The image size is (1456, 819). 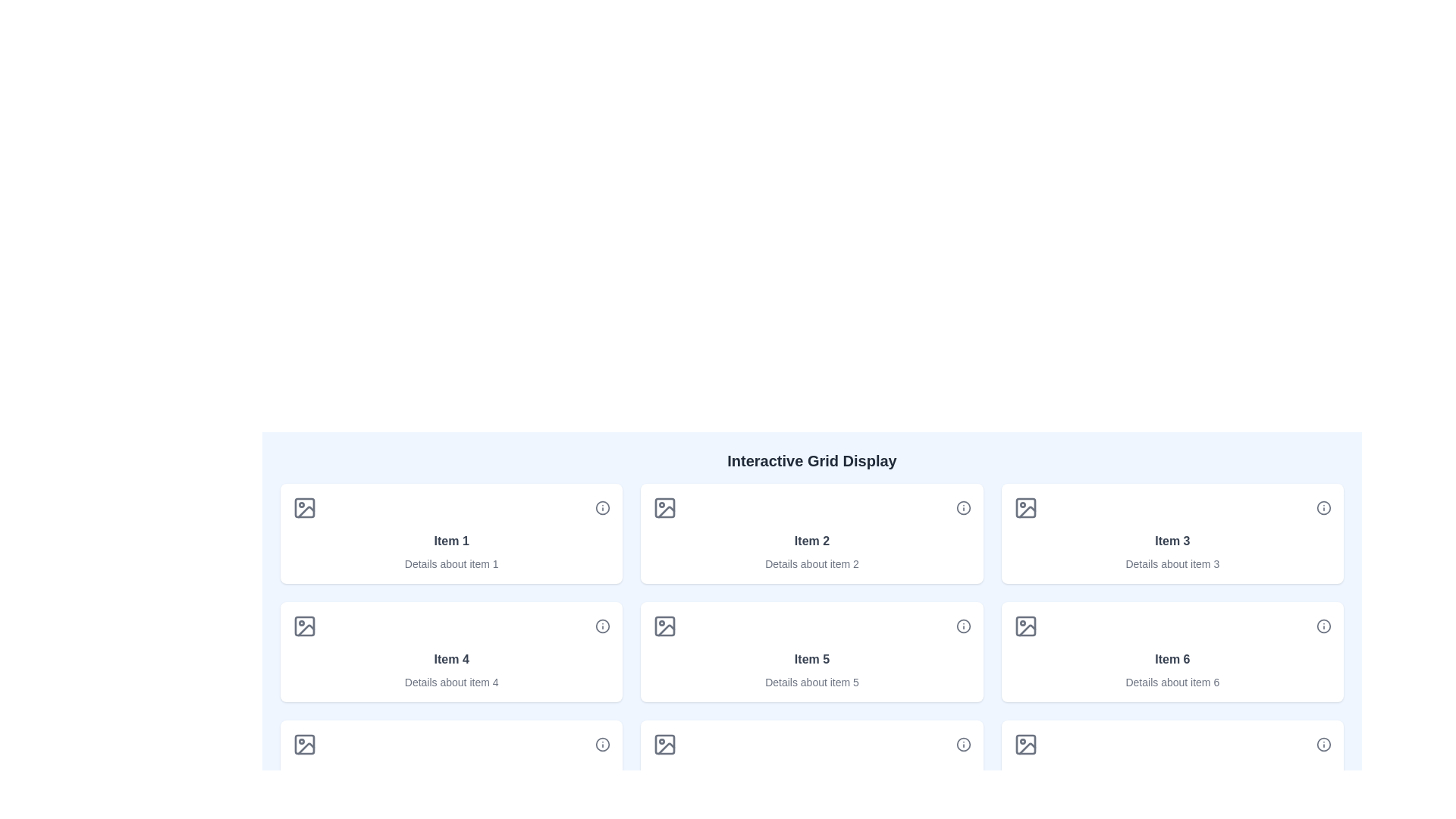 What do you see at coordinates (1172, 533) in the screenshot?
I see `the card displaying an item with a title and description located in the first row, third column of the grid layout` at bounding box center [1172, 533].